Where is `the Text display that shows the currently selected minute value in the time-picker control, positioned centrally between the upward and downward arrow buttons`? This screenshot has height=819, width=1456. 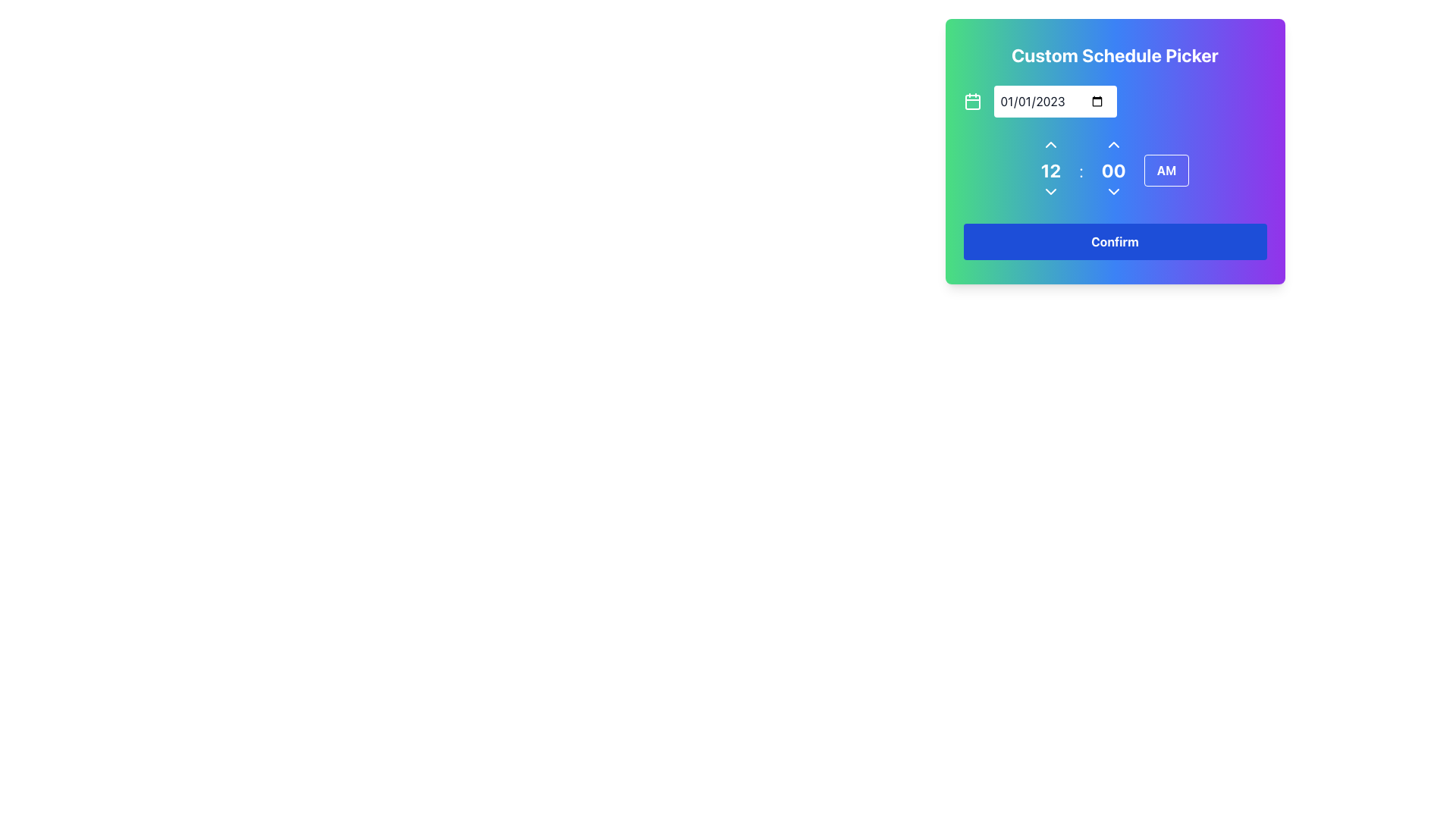
the Text display that shows the currently selected minute value in the time-picker control, positioned centrally between the upward and downward arrow buttons is located at coordinates (1113, 170).